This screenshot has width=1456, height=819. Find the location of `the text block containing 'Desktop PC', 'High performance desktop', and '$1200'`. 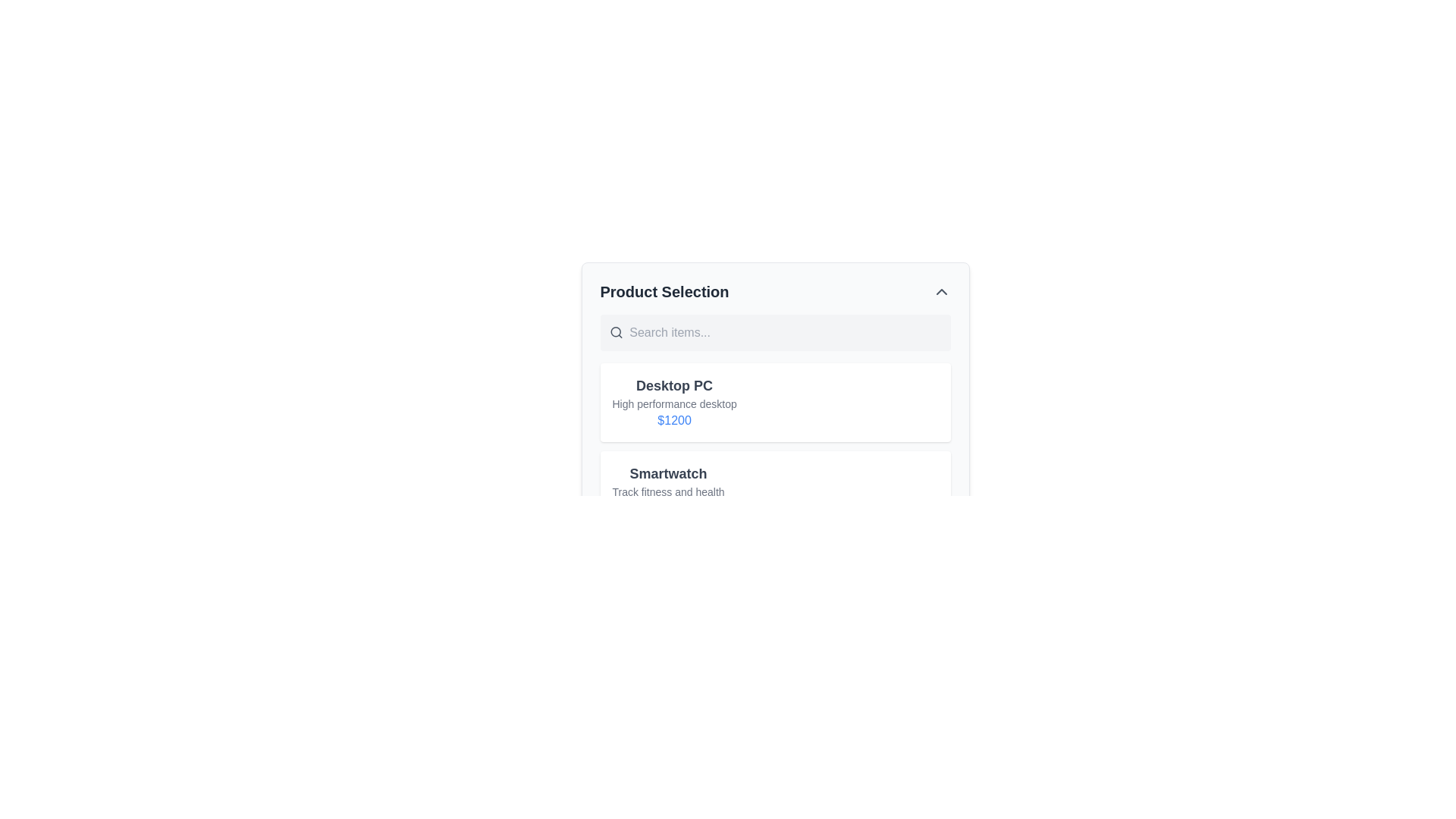

the text block containing 'Desktop PC', 'High performance desktop', and '$1200' is located at coordinates (673, 402).